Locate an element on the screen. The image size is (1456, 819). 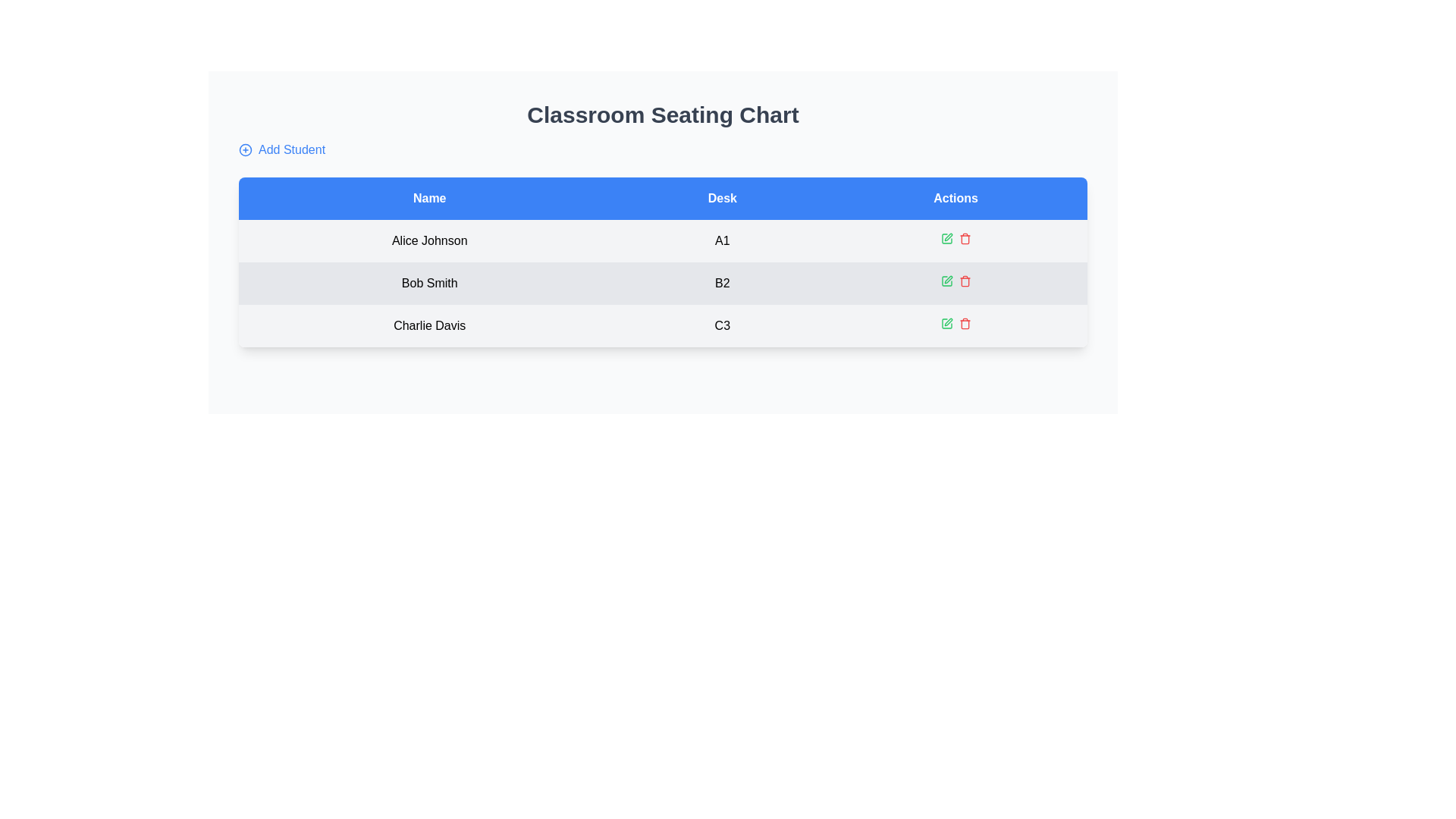
the edit button in the first row of actions for 'Alice Johnson' is located at coordinates (946, 239).